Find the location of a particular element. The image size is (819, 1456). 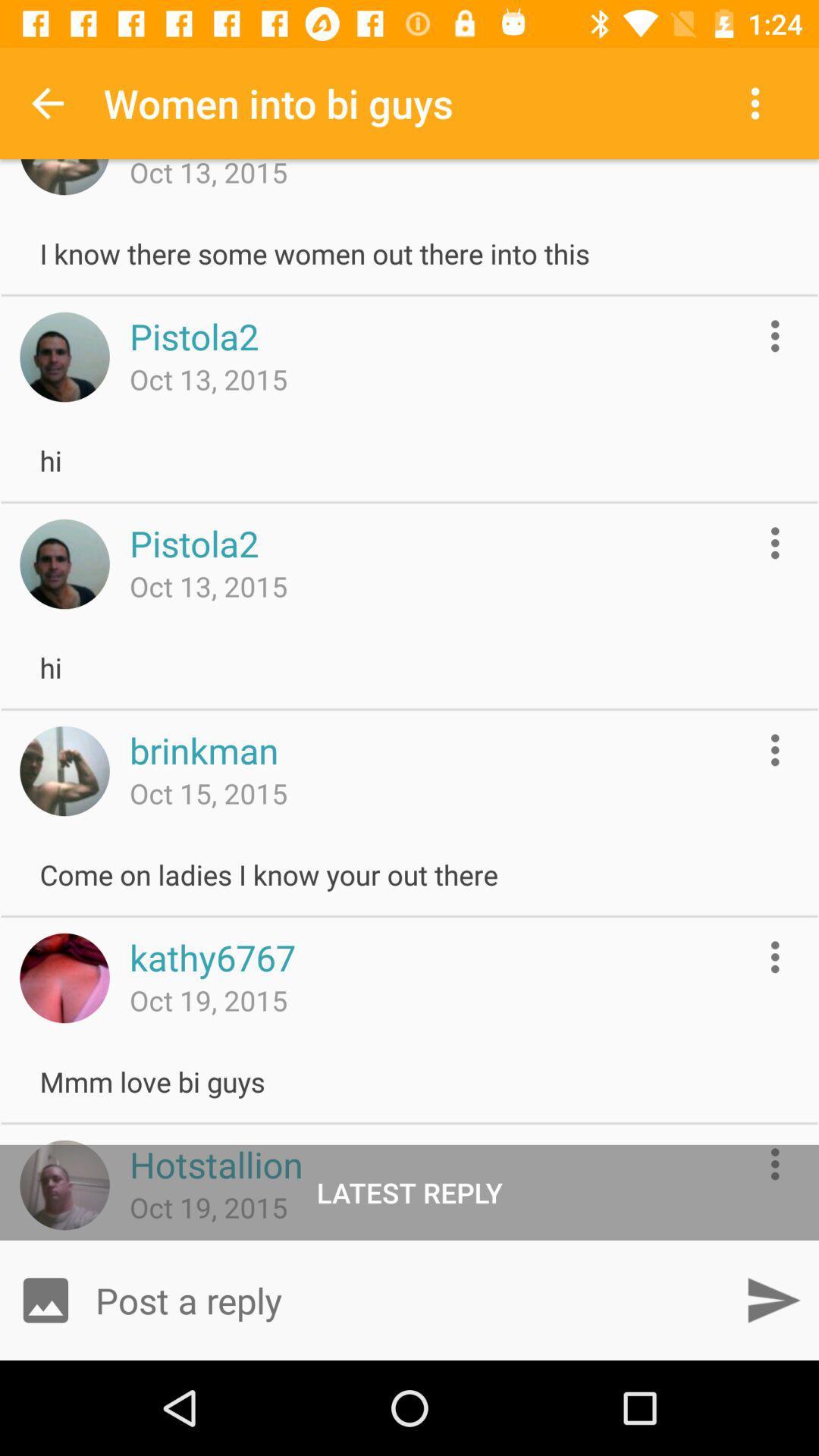

user is located at coordinates (64, 356).